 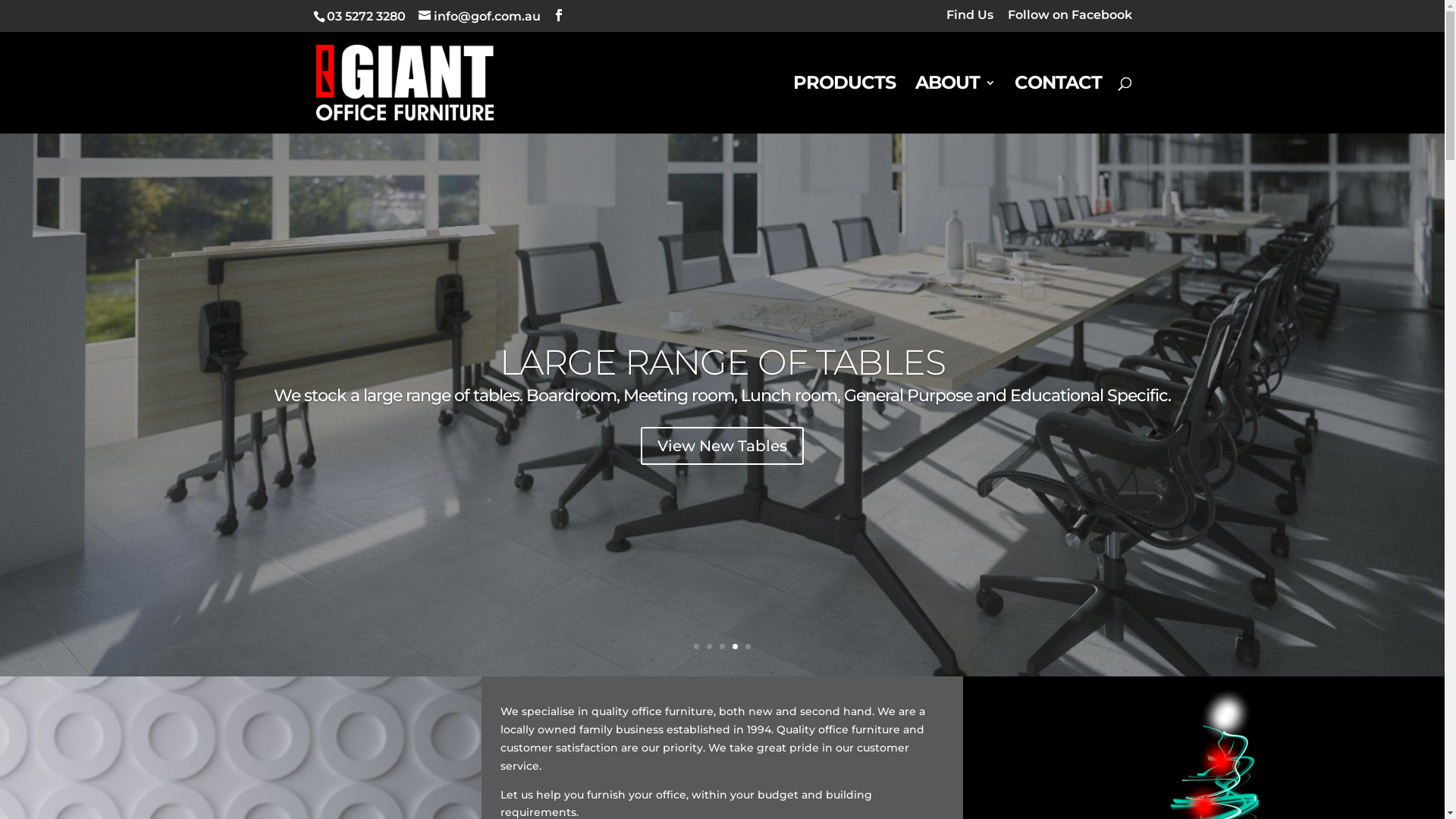 What do you see at coordinates (721, 444) in the screenshot?
I see `'Modular Workstations'` at bounding box center [721, 444].